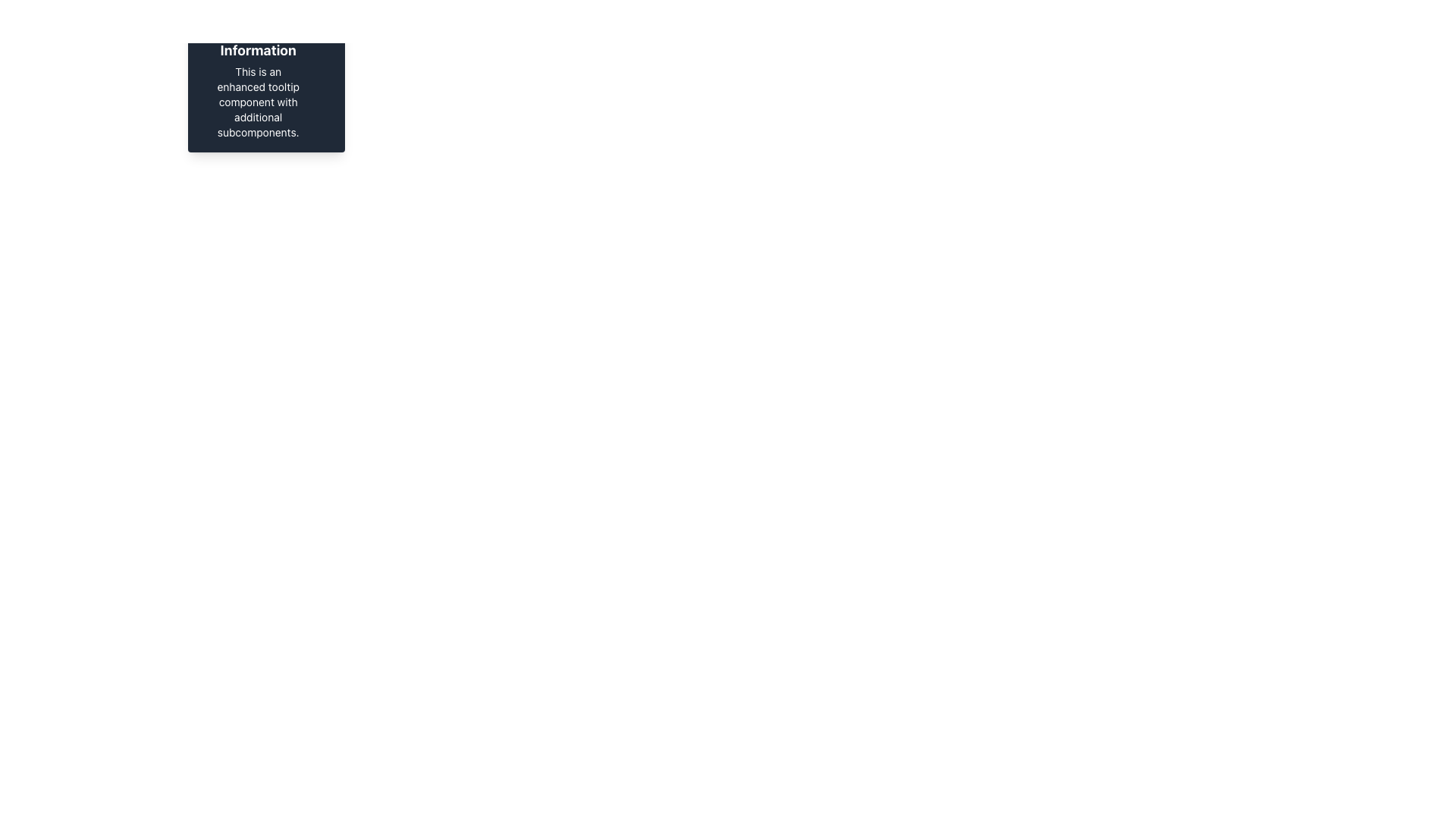  What do you see at coordinates (258, 79) in the screenshot?
I see `the tooltip box with a dark background that displays the header 'Information' and descriptive text 'This is an enhanced tooltip component with additional subcomponents.'` at bounding box center [258, 79].